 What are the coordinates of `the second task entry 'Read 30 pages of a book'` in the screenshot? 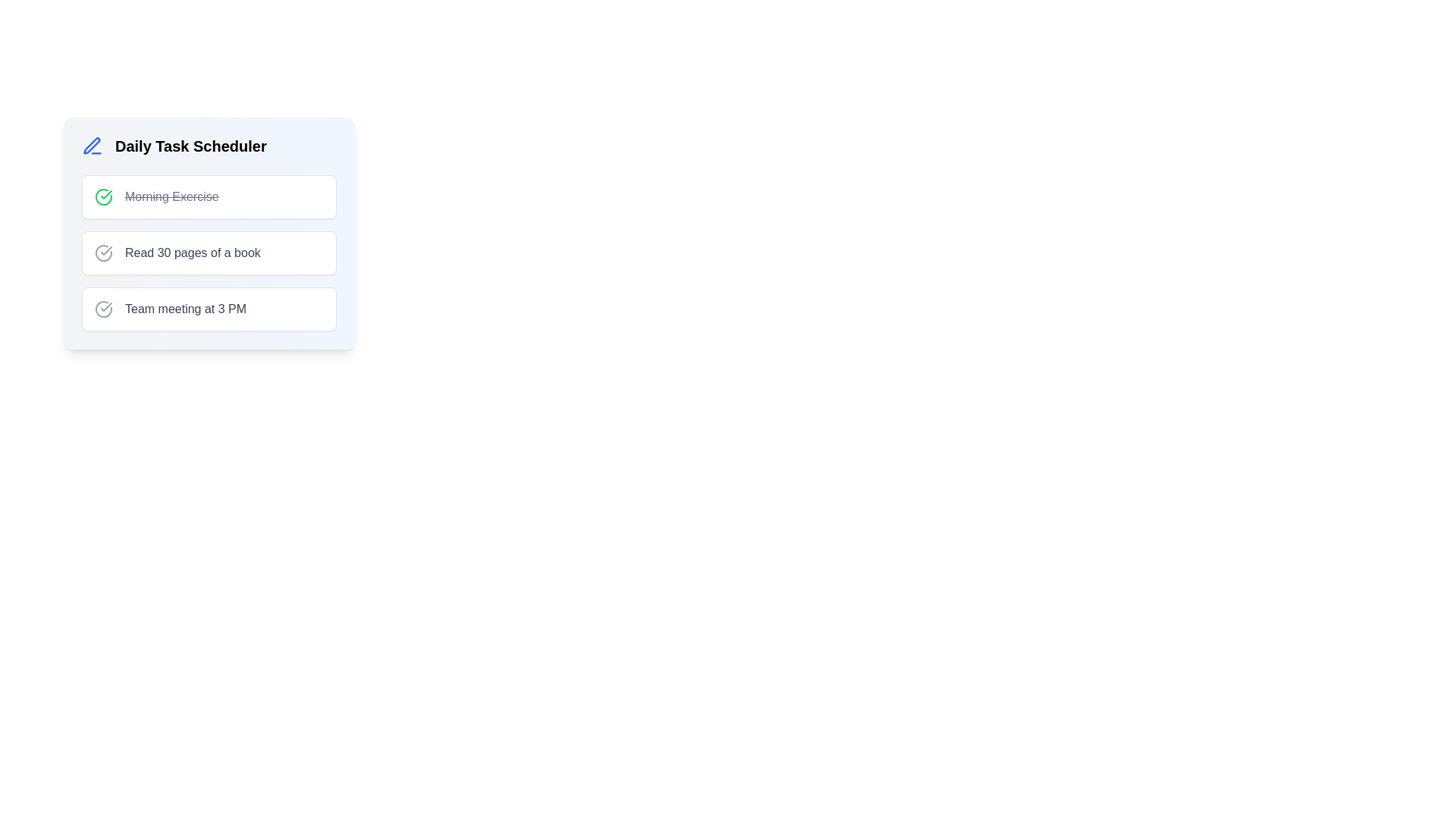 It's located at (208, 253).